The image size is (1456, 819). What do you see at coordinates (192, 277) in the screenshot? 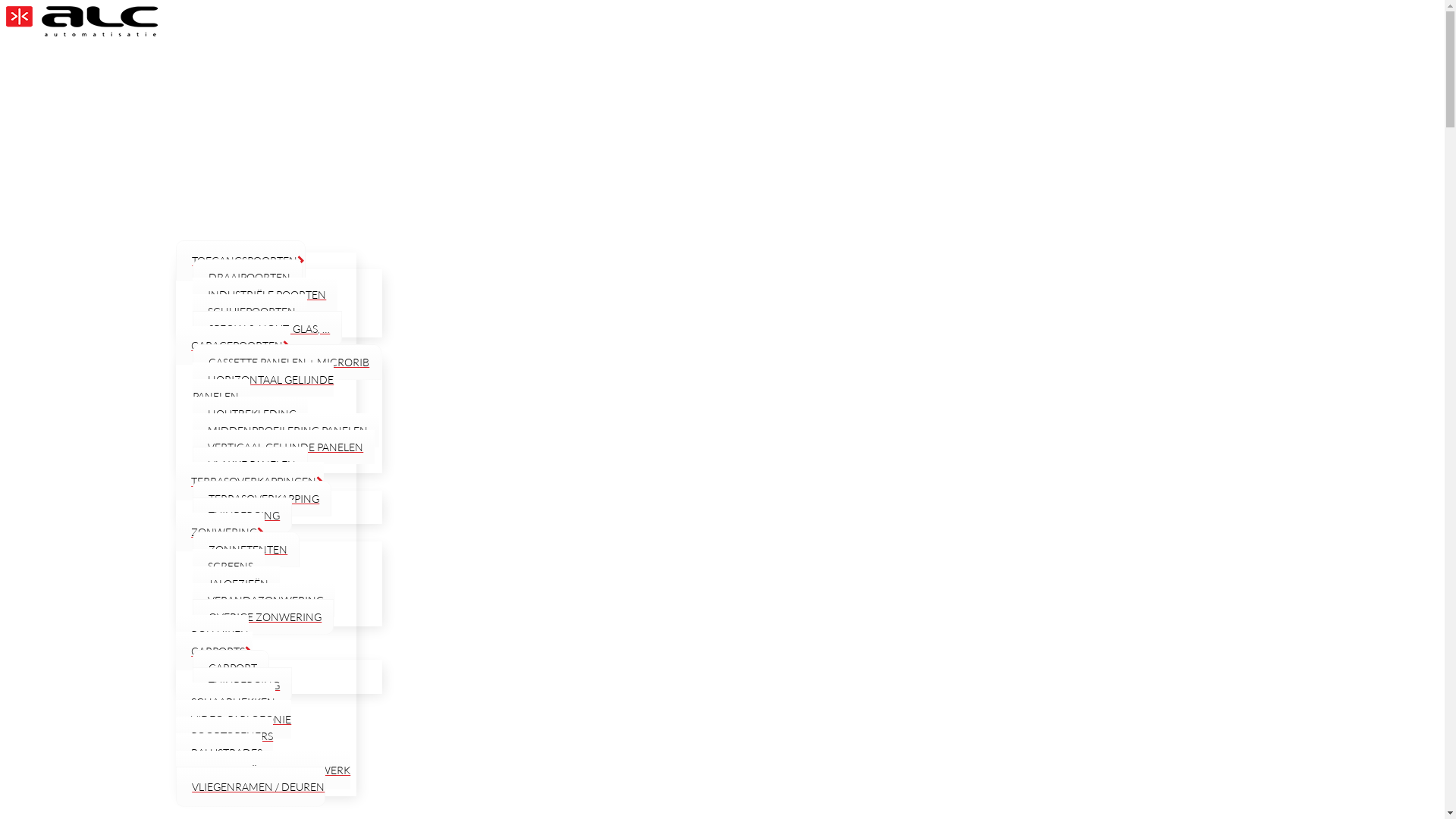
I see `'DRAAIPOORTEN'` at bounding box center [192, 277].